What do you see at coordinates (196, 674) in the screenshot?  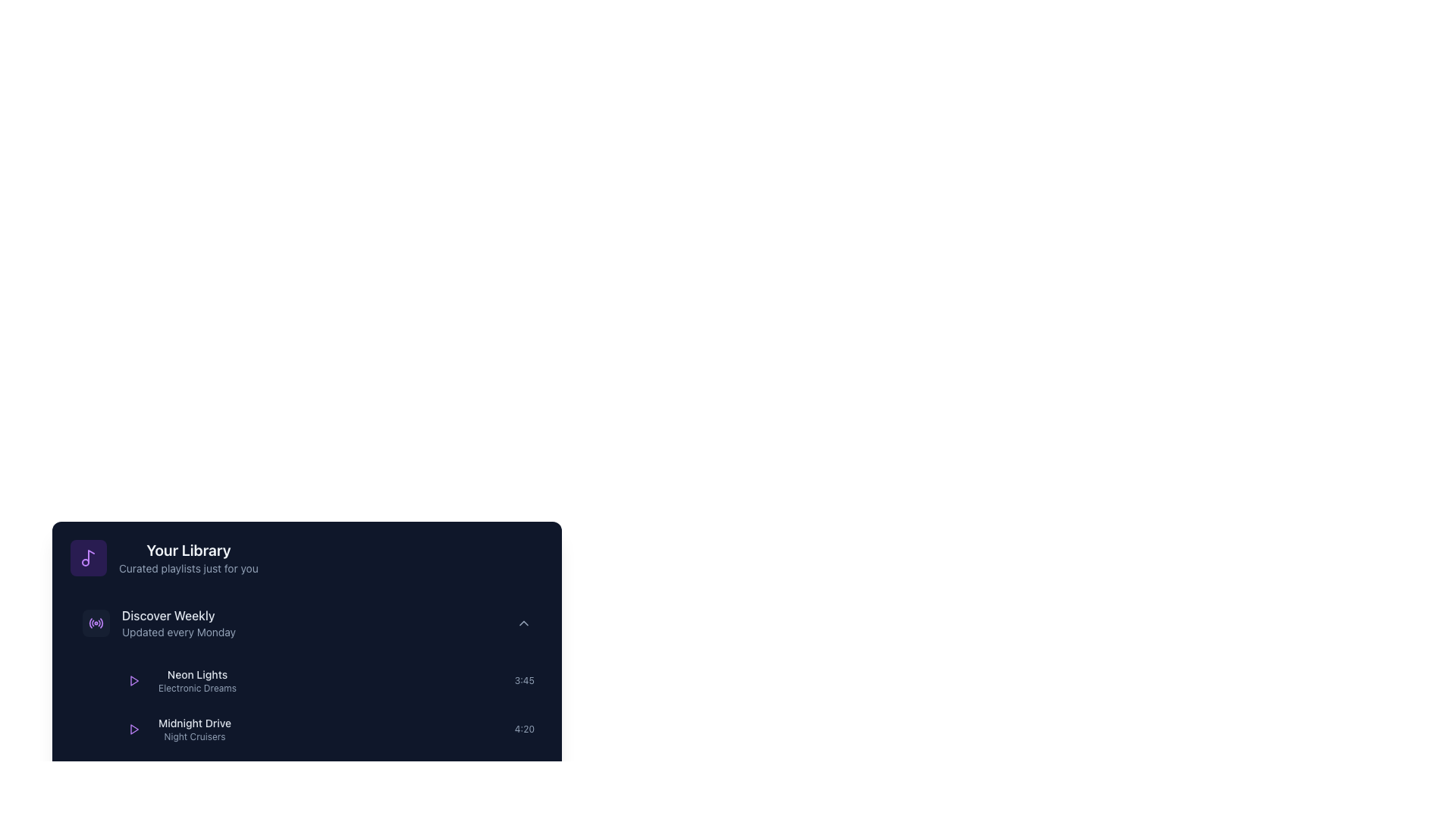 I see `the non-interactive text label representing the title of a playlist or category located in the 'Your Library' section, positioned above 'Electronic Dreams'` at bounding box center [196, 674].